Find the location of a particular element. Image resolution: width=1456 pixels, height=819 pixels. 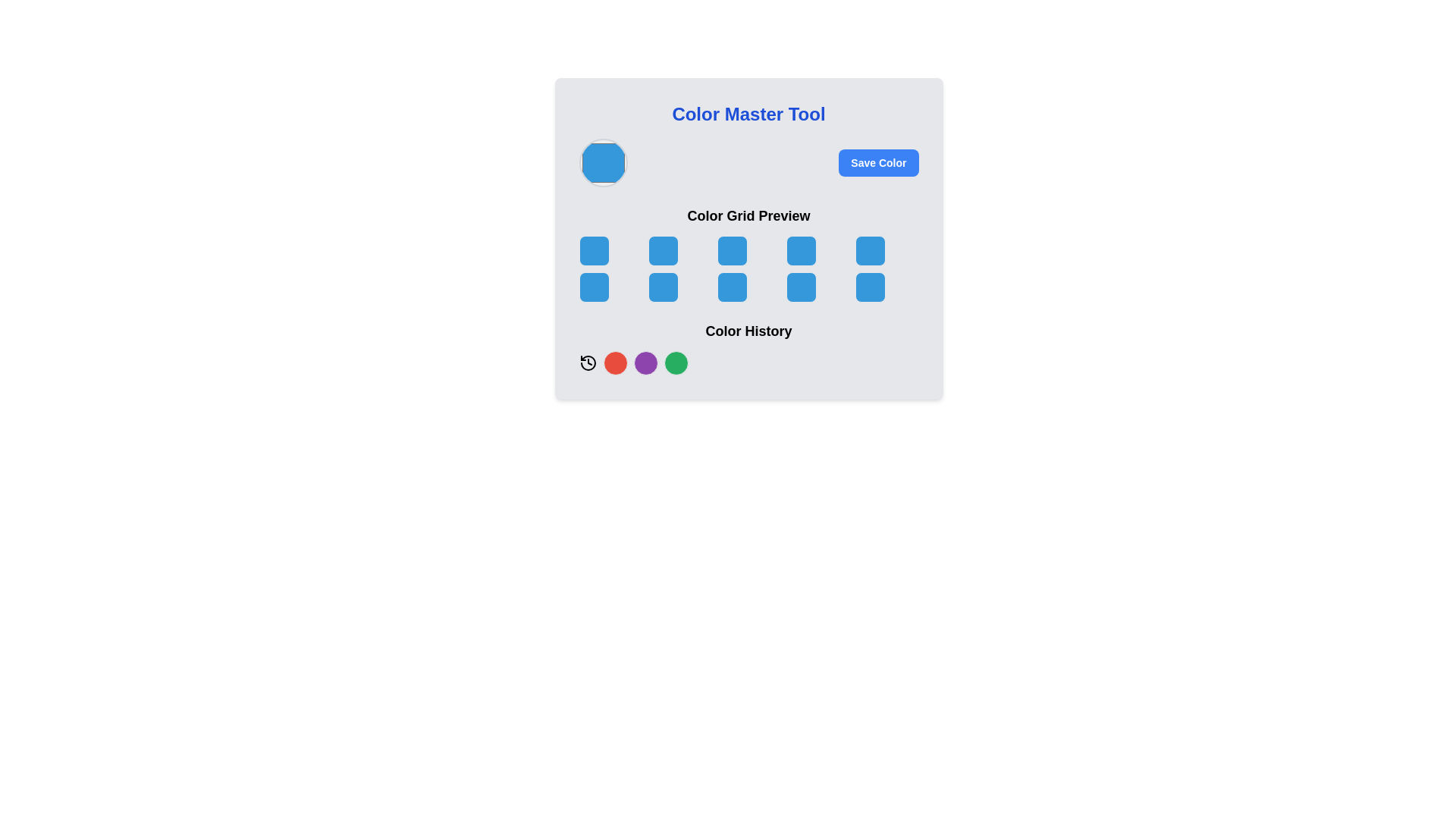

text content of the header labeled 'Color Grid Preview', which is styled with a bold font and positioned above the color preview grid is located at coordinates (748, 216).